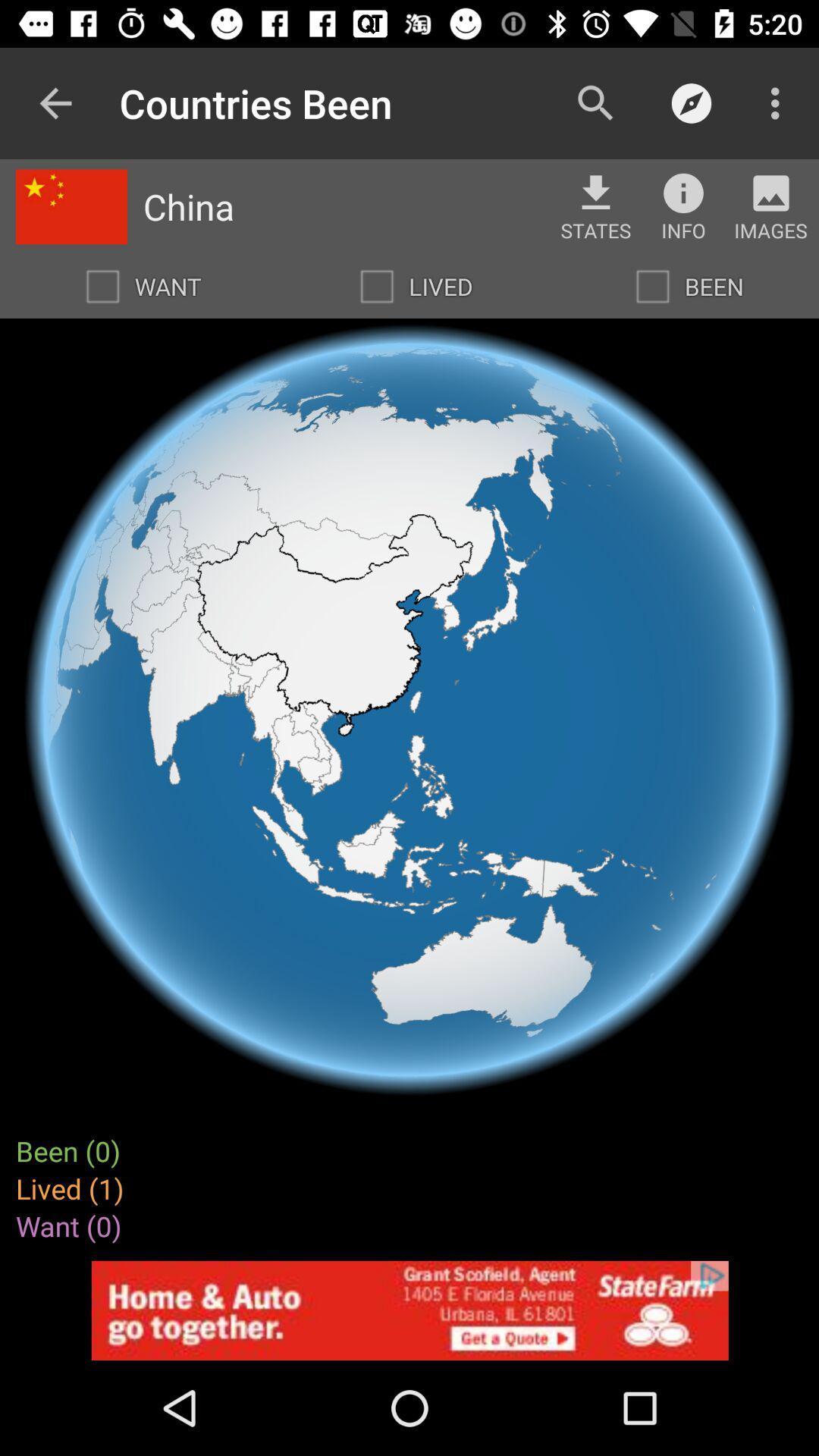 The image size is (819, 1456). Describe the element at coordinates (409, 1310) in the screenshot. I see `advertisement link` at that location.